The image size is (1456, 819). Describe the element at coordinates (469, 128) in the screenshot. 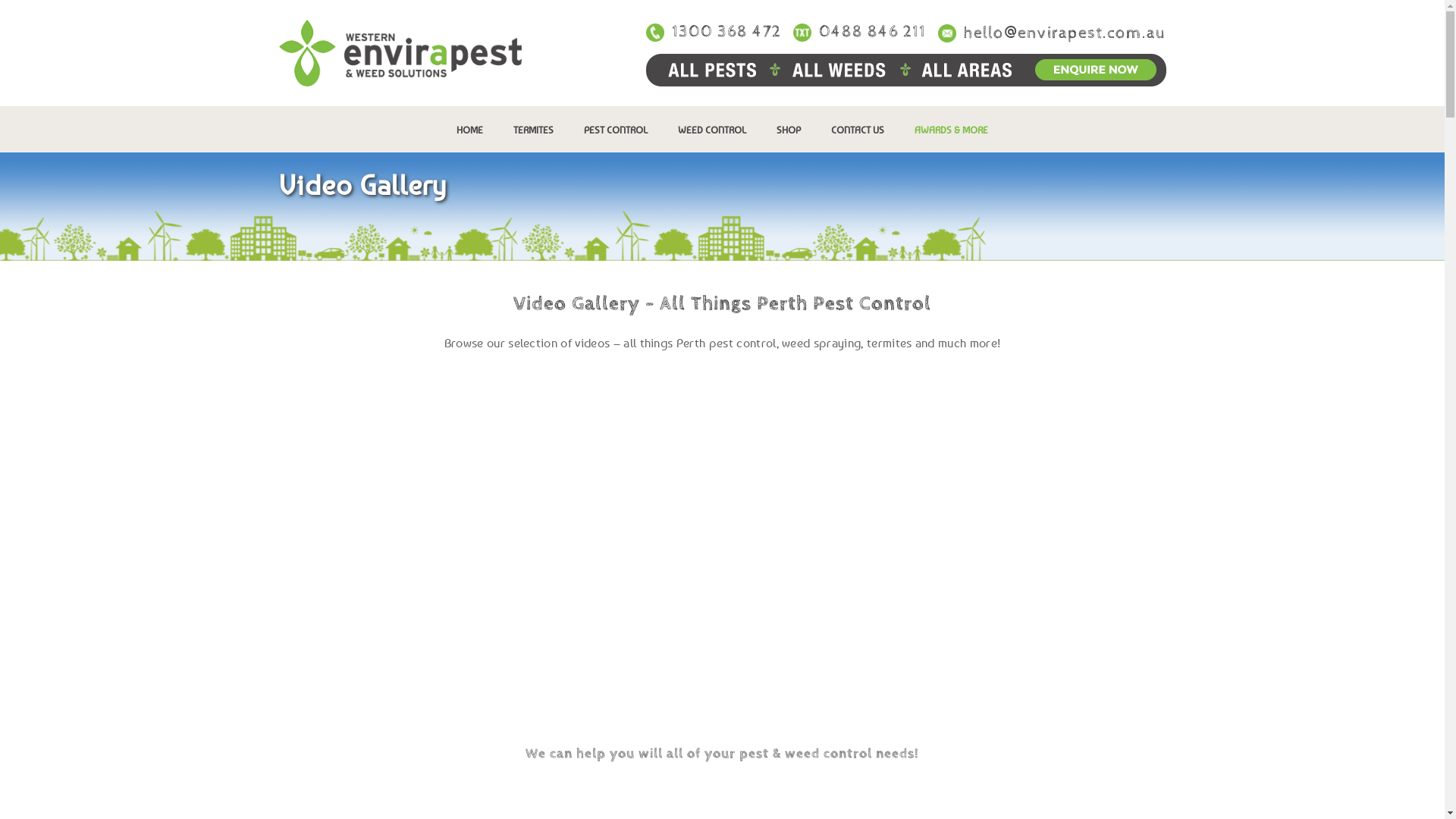

I see `'HOME'` at that location.